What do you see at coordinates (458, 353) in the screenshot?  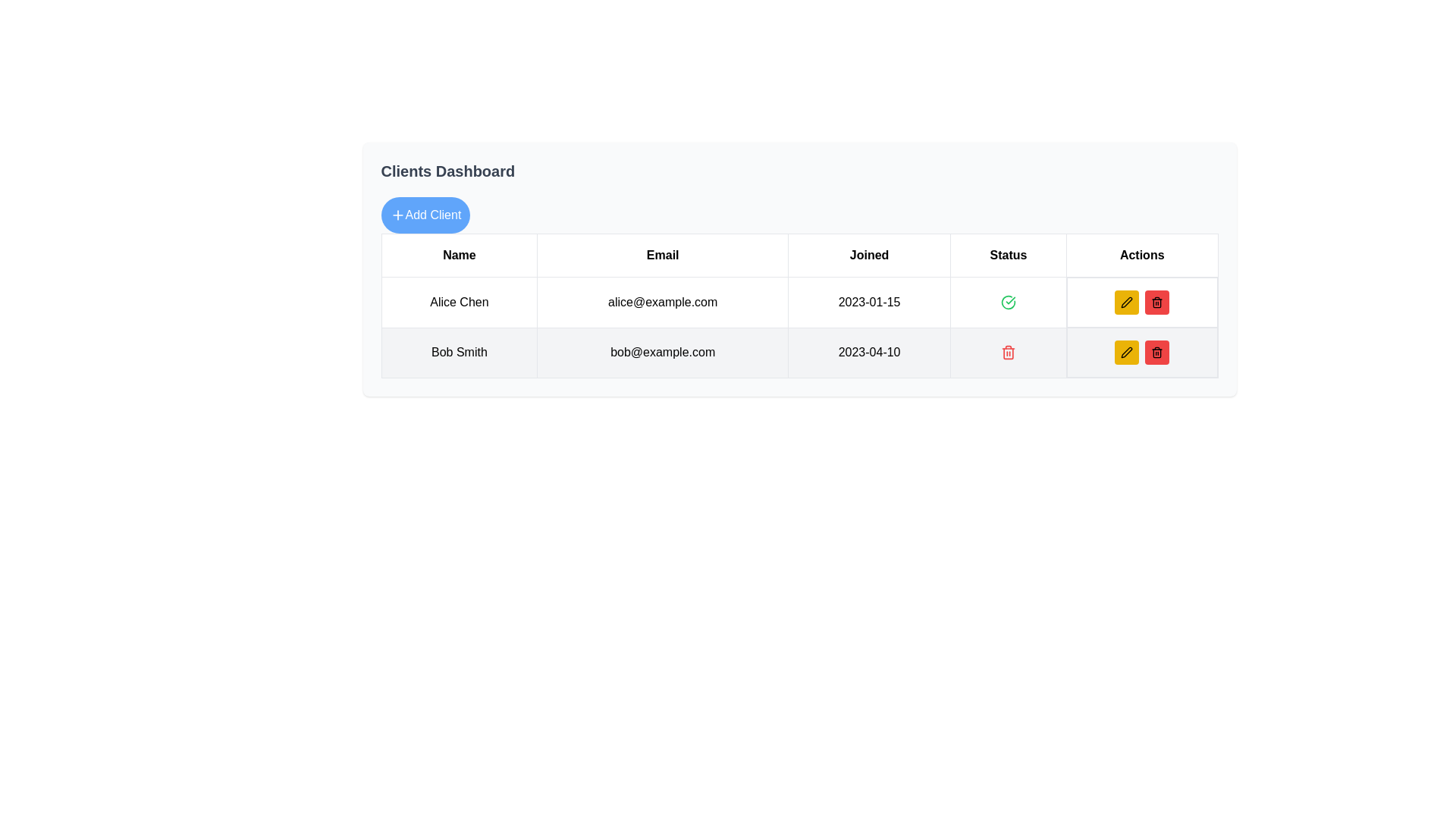 I see `the text in the table cell displaying the name 'Bob Smith', located in the second row under the 'Name' column` at bounding box center [458, 353].